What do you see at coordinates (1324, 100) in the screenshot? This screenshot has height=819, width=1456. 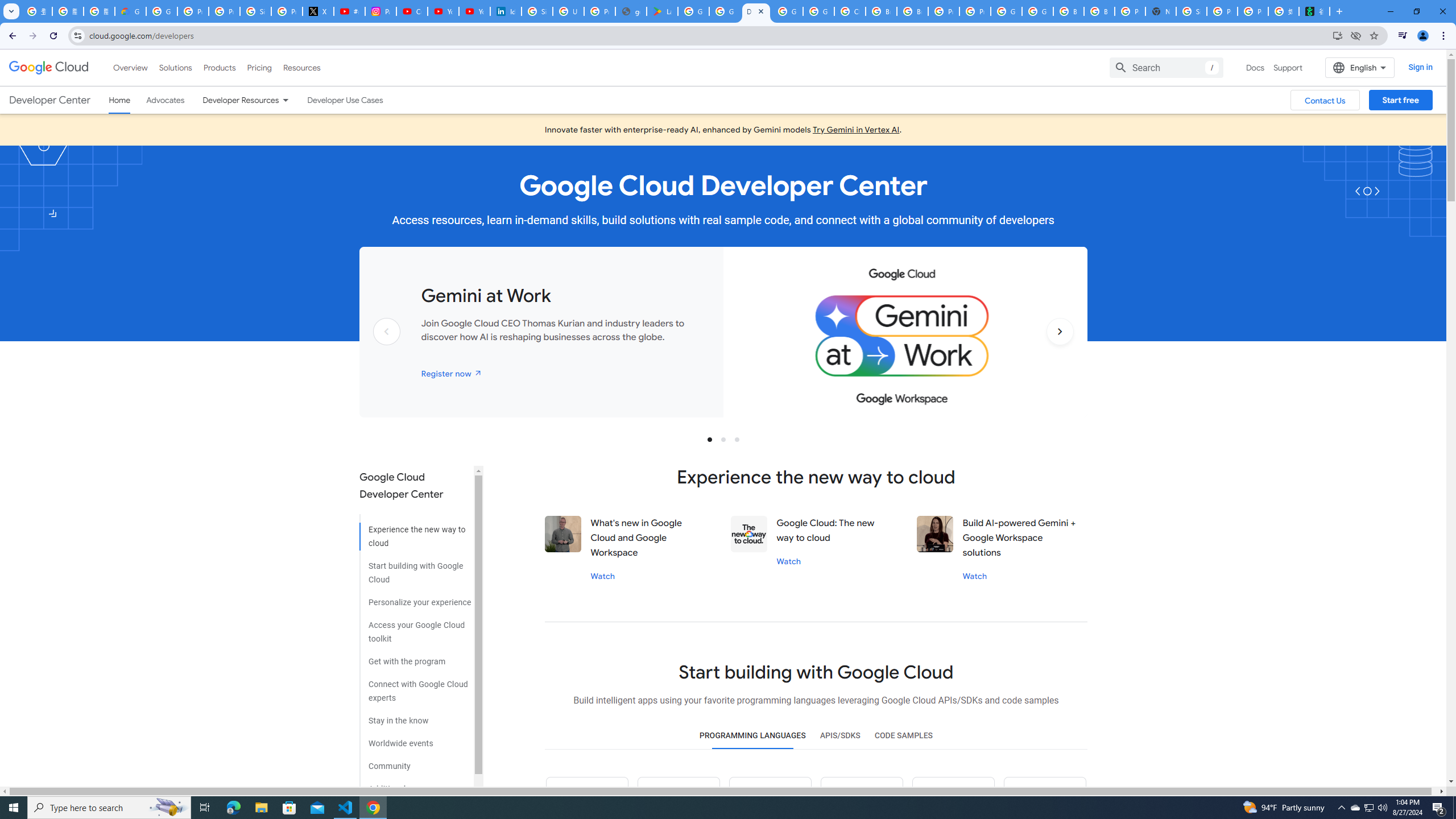 I see `'Contact Us'` at bounding box center [1324, 100].